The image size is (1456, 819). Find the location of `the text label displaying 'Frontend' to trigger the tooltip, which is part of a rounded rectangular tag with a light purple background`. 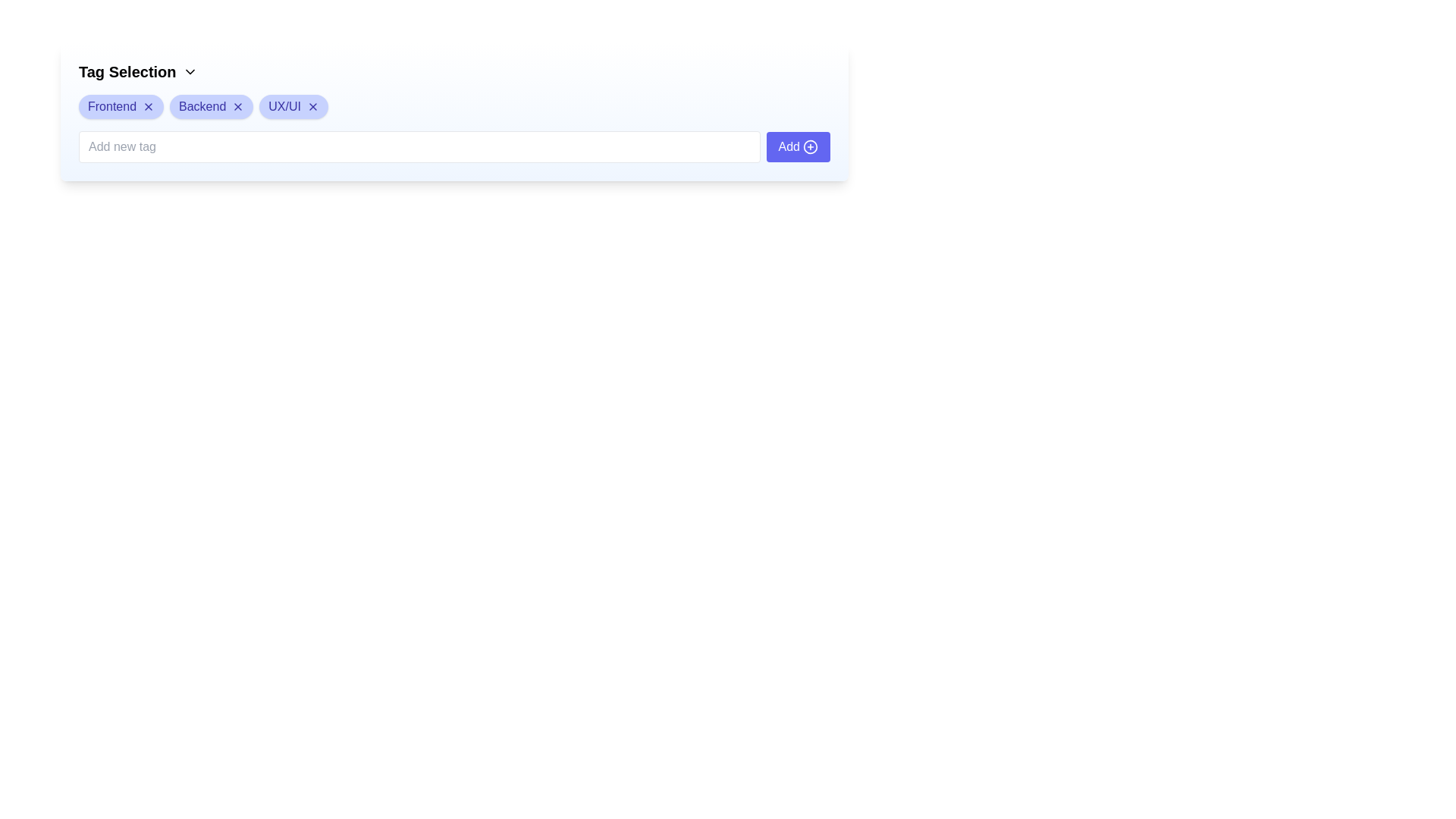

the text label displaying 'Frontend' to trigger the tooltip, which is part of a rounded rectangular tag with a light purple background is located at coordinates (111, 106).